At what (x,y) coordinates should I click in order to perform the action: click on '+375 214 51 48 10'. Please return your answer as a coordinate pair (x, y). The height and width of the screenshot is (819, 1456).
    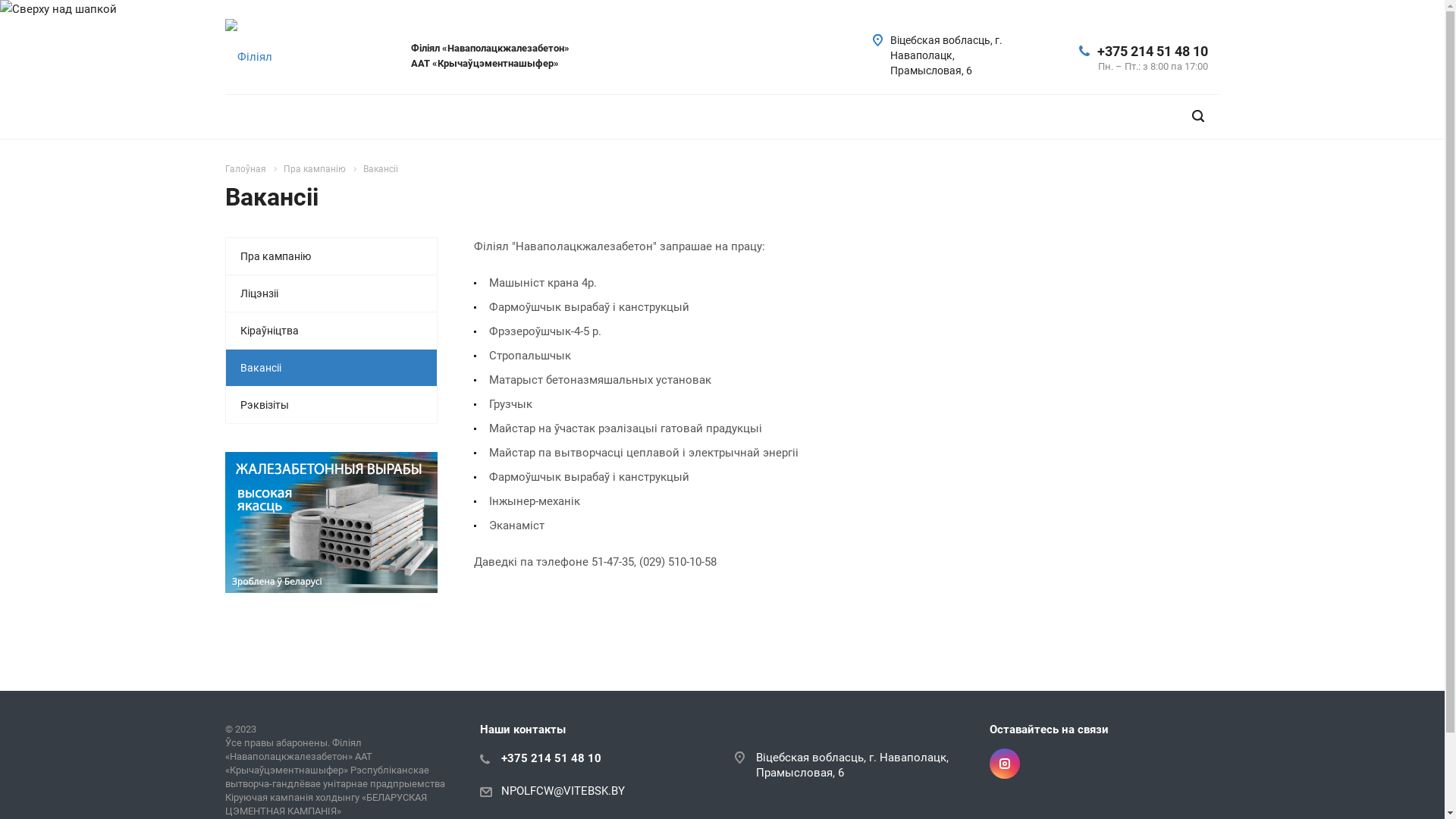
    Looking at the image, I should click on (549, 758).